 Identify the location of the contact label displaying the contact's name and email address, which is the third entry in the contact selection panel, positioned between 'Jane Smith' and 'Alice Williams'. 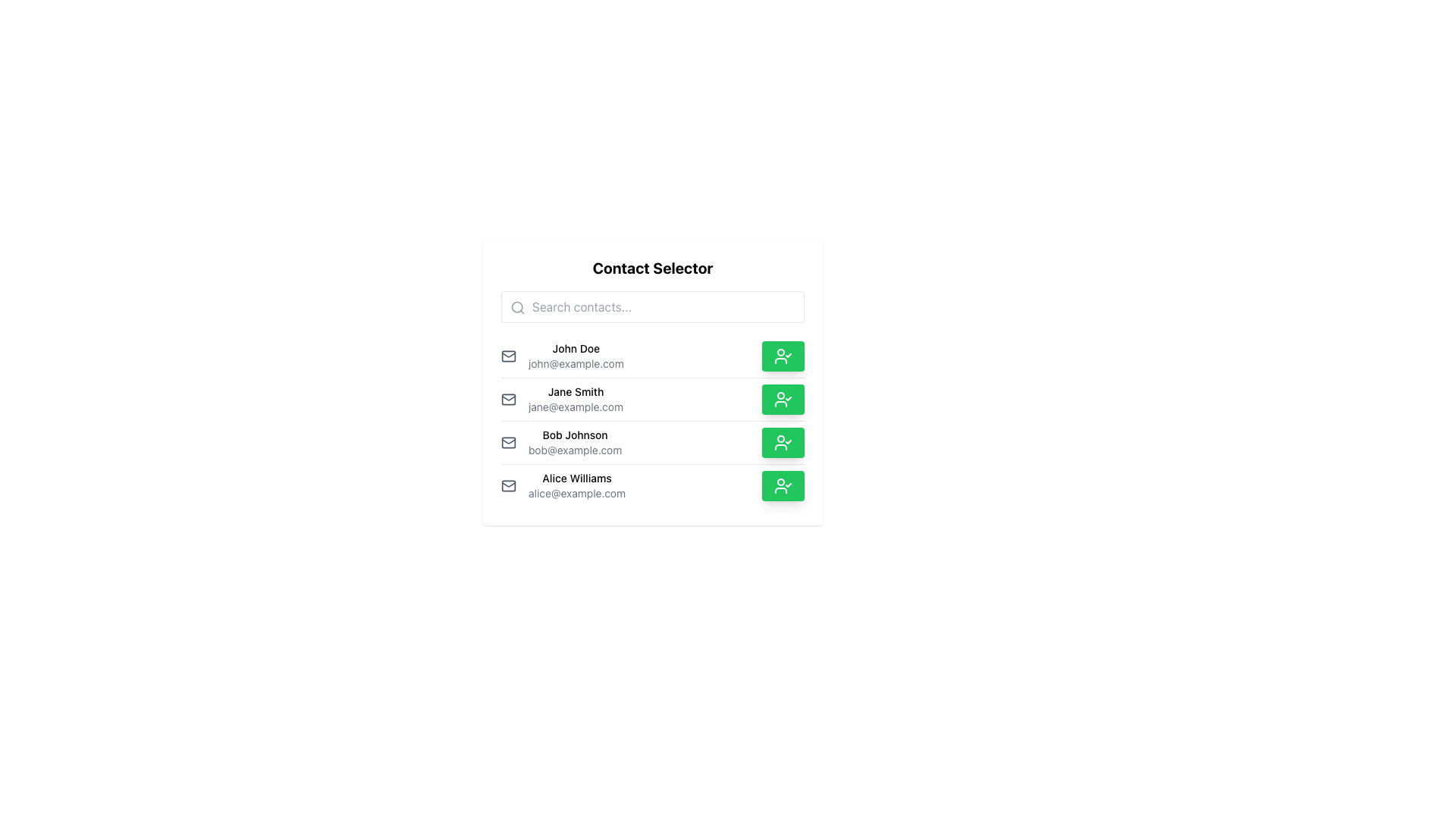
(574, 442).